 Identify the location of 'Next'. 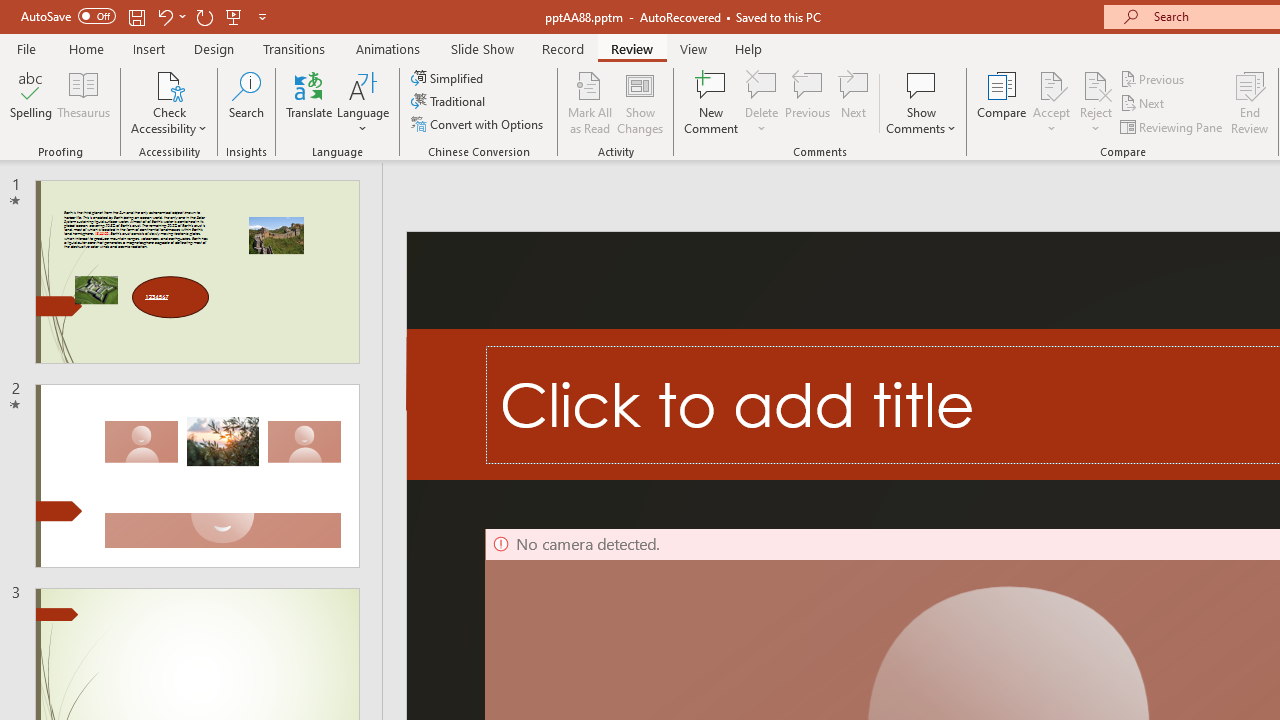
(1144, 103).